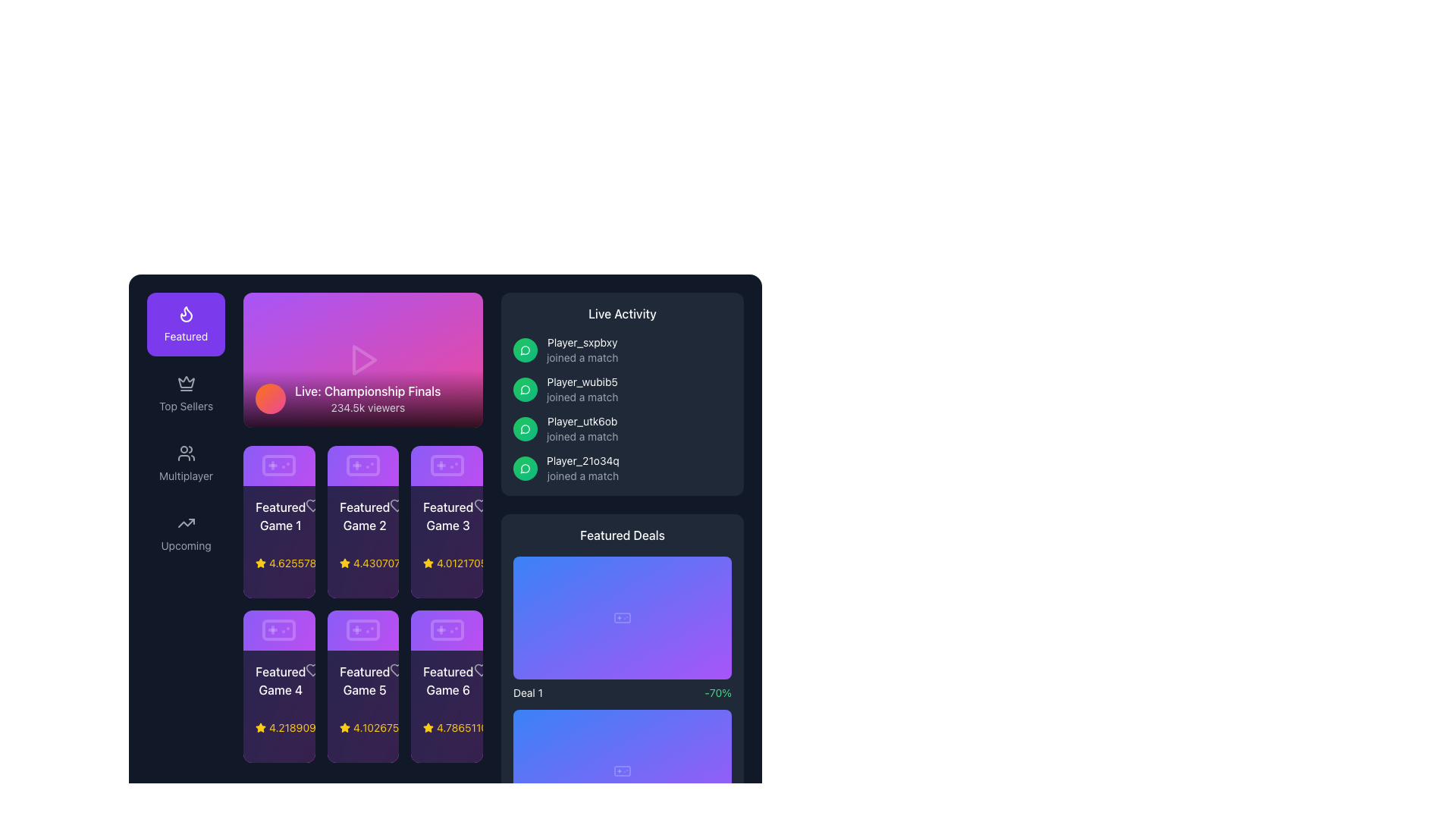  What do you see at coordinates (480, 505) in the screenshot?
I see `the like icon button associated with 'Featured Game 3' by moving the cursor to its center` at bounding box center [480, 505].